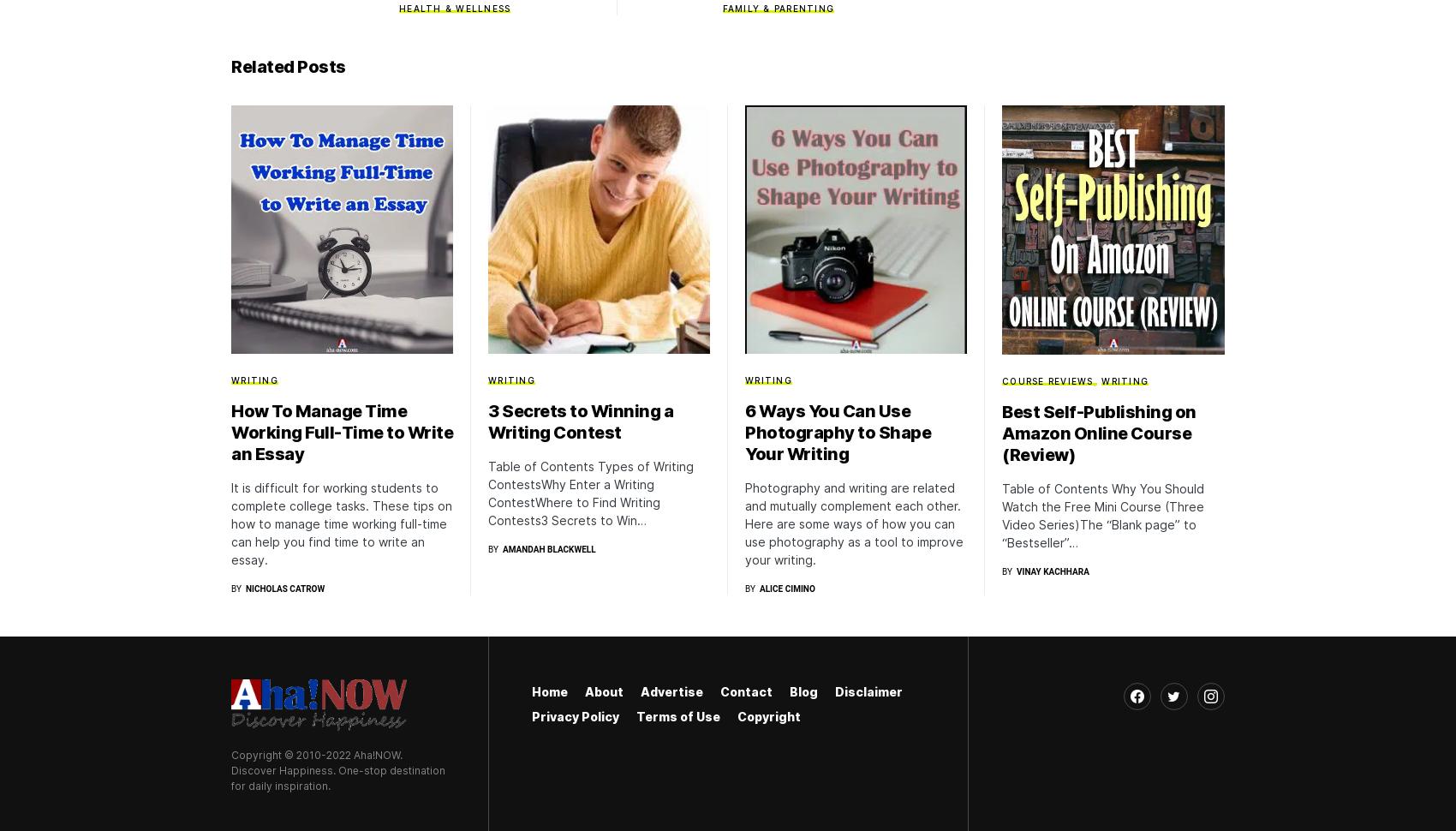  What do you see at coordinates (837, 432) in the screenshot?
I see `'6 Ways You Can Use Photography to Shape Your Writing'` at bounding box center [837, 432].